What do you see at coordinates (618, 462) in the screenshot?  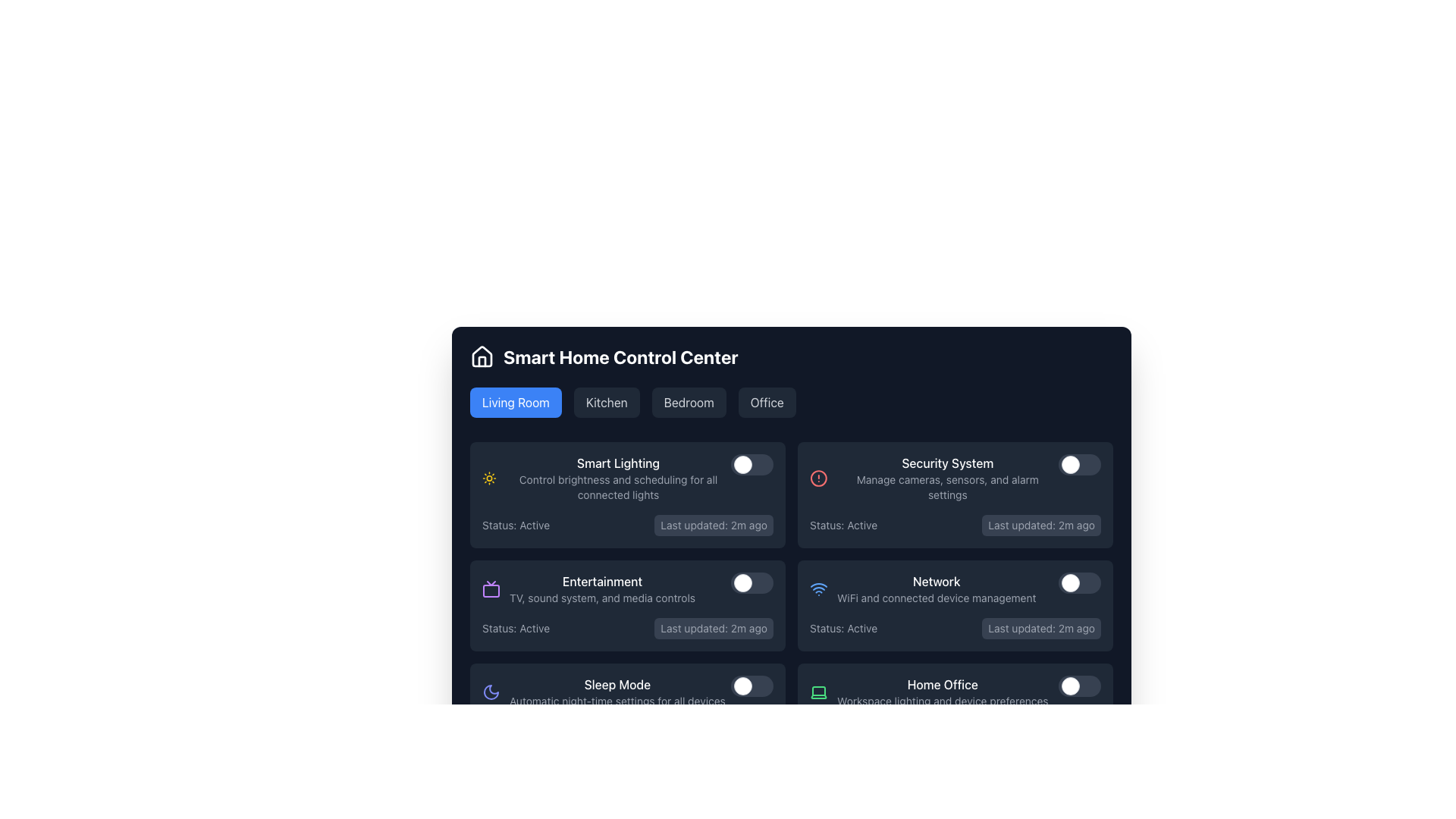 I see `the static text label identifying the controls for smart lighting in the Living Room section` at bounding box center [618, 462].